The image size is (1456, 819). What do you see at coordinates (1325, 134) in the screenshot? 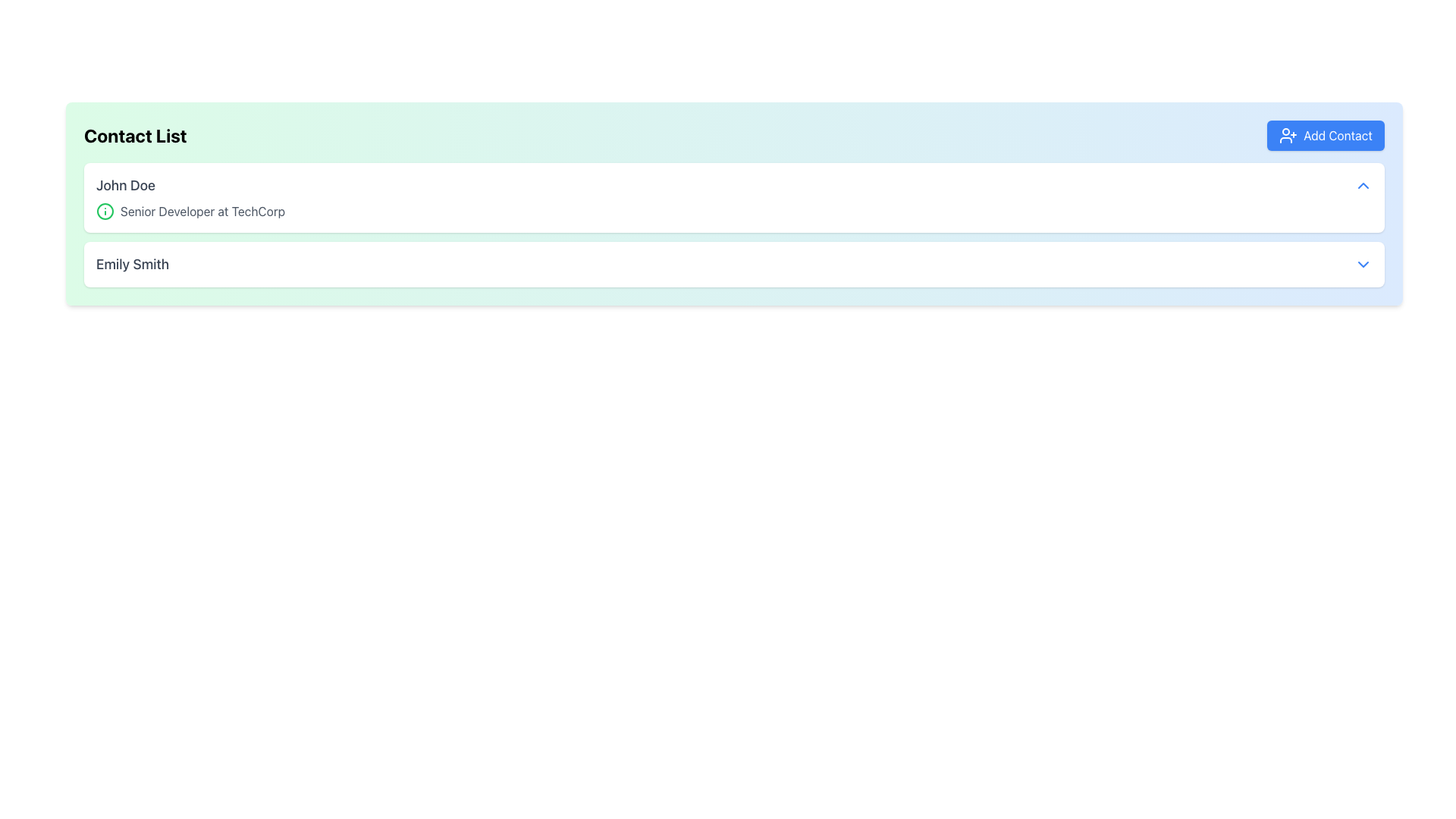
I see `the 'Add Contact' button, which has a blue background and white text, located at the top-right corner of the 'Contact List' section` at bounding box center [1325, 134].